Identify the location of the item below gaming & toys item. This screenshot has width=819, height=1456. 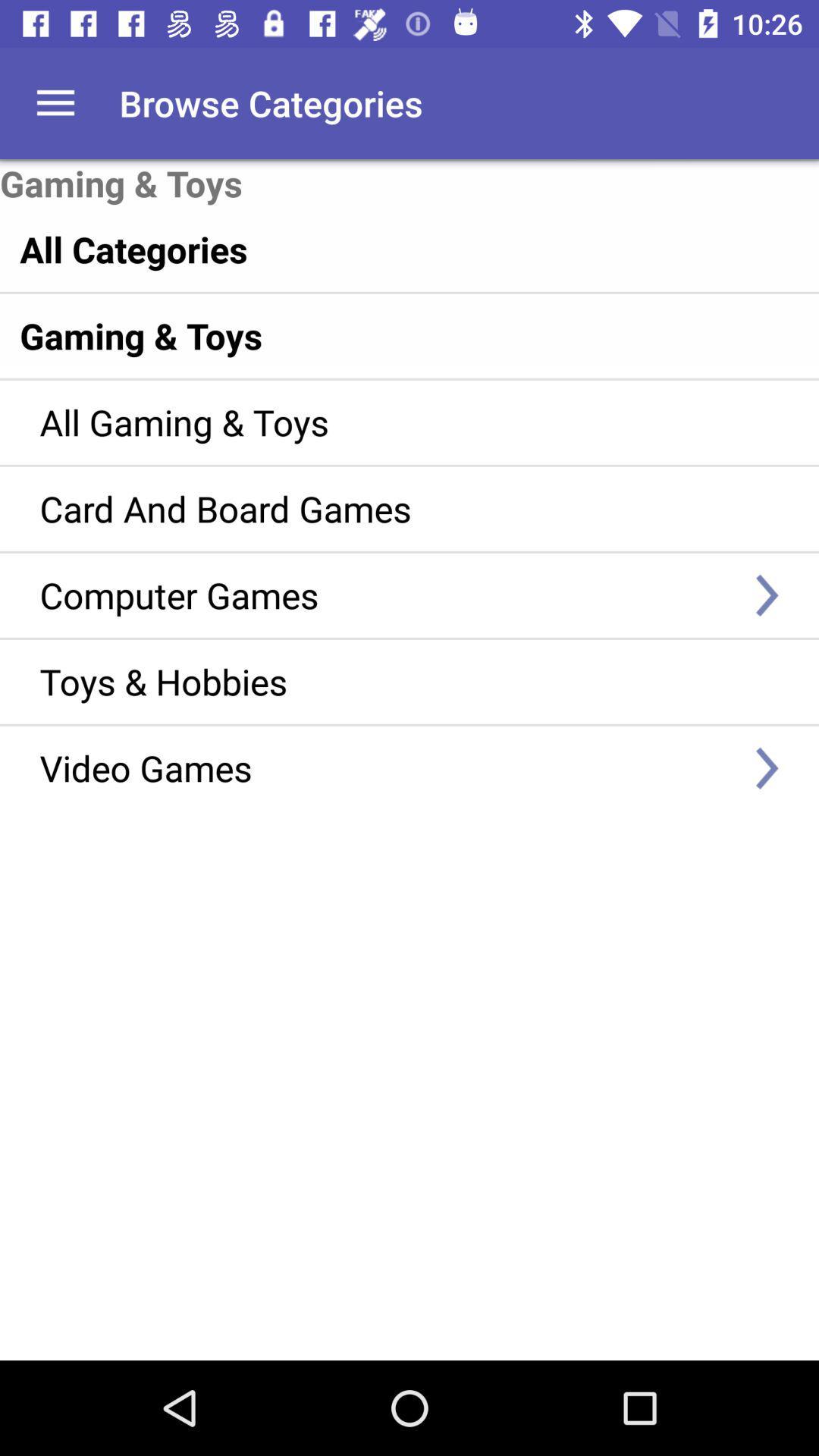
(376, 249).